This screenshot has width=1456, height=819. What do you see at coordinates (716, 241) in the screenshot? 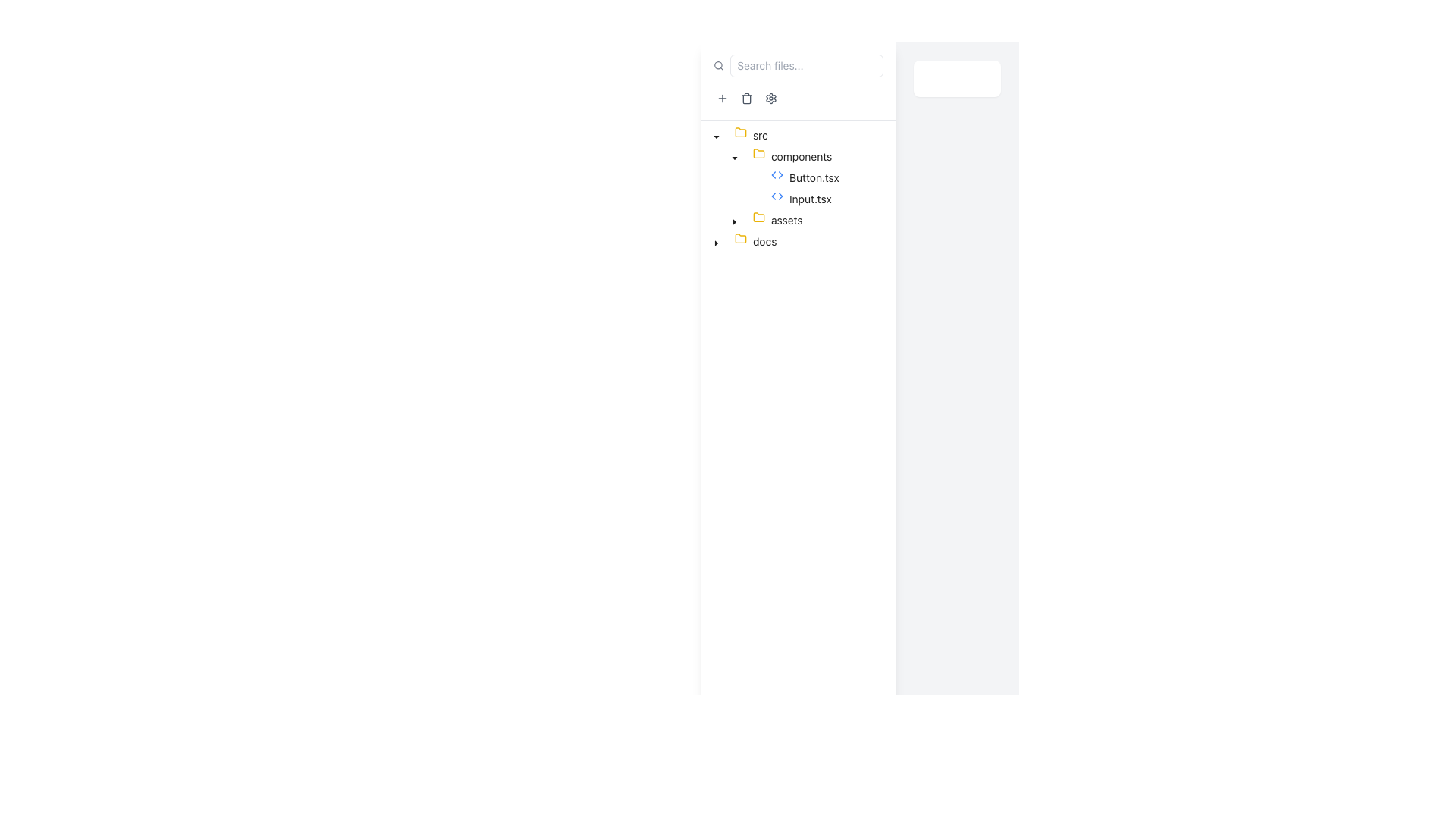
I see `the Tree toggler button, a small triangle icon pointing to the right` at bounding box center [716, 241].